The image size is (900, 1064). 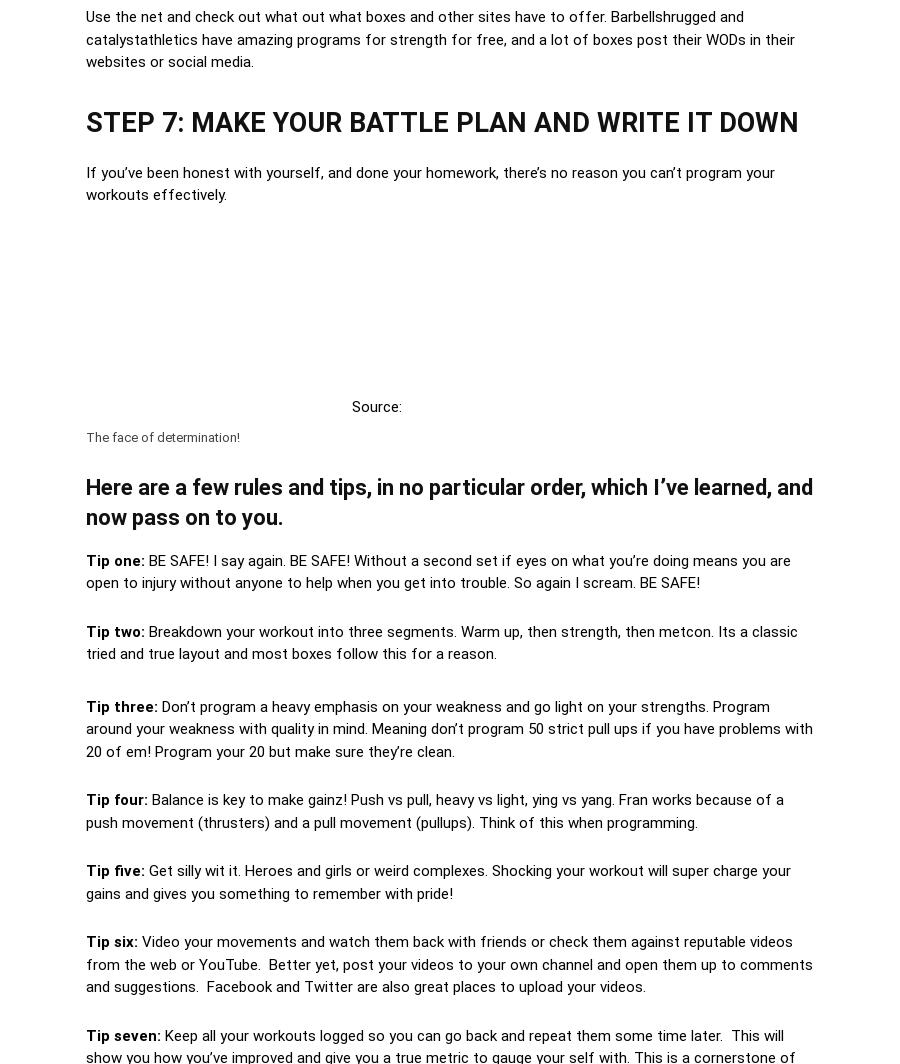 I want to click on 'STEP 7: MAKE YOUR BATTLE PLAN AND WRITE IT DOWN', so click(x=442, y=122).